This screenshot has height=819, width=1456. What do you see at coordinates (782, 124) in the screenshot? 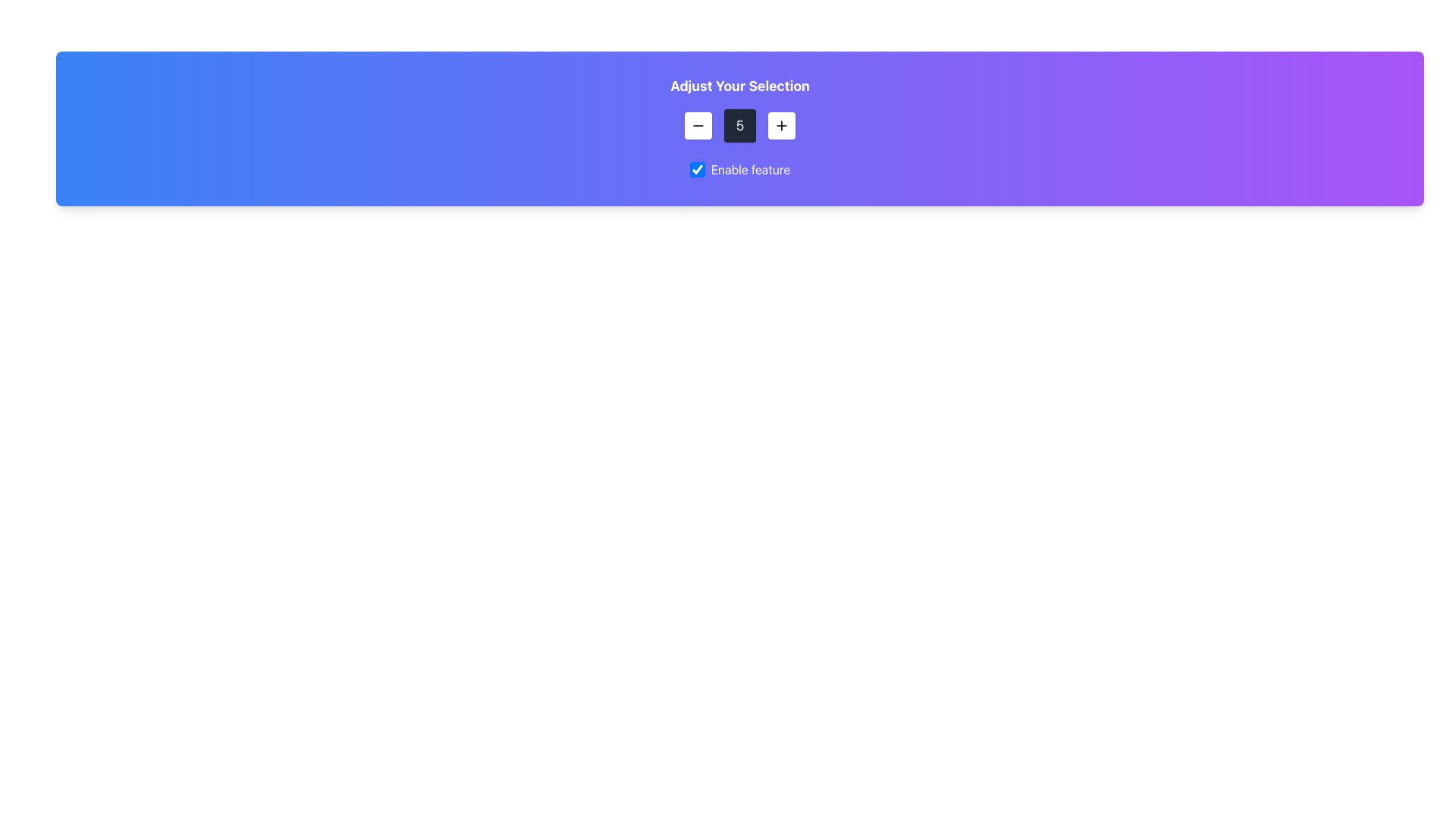
I see `the rightmost button in a horizontal arrangement of three elements, which is located immediately to the right of a dark-colored button displaying the number '5'` at bounding box center [782, 124].